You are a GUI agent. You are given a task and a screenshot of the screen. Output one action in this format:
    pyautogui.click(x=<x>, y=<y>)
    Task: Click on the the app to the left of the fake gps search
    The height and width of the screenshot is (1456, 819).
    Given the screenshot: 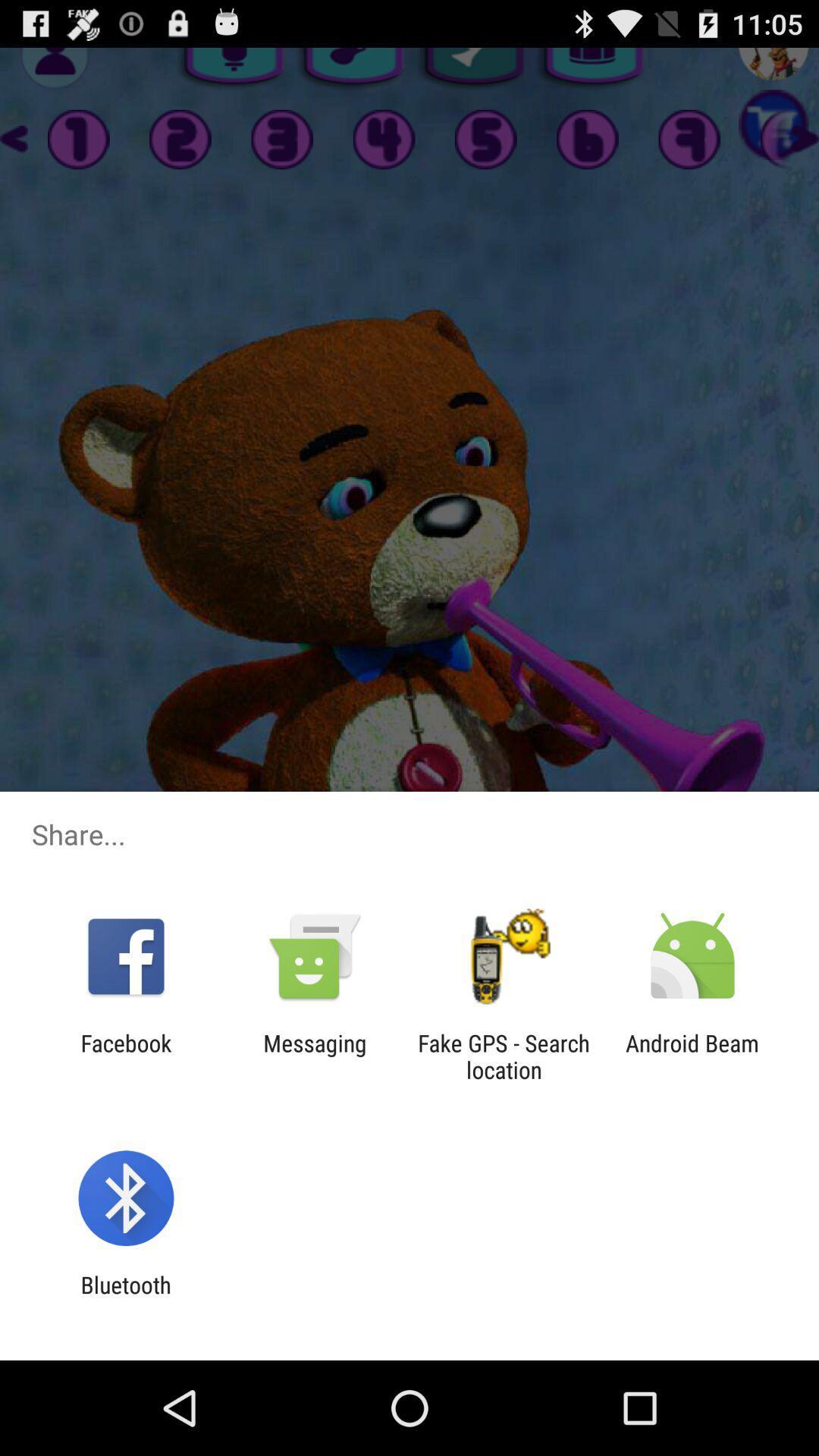 What is the action you would take?
    pyautogui.click(x=314, y=1056)
    